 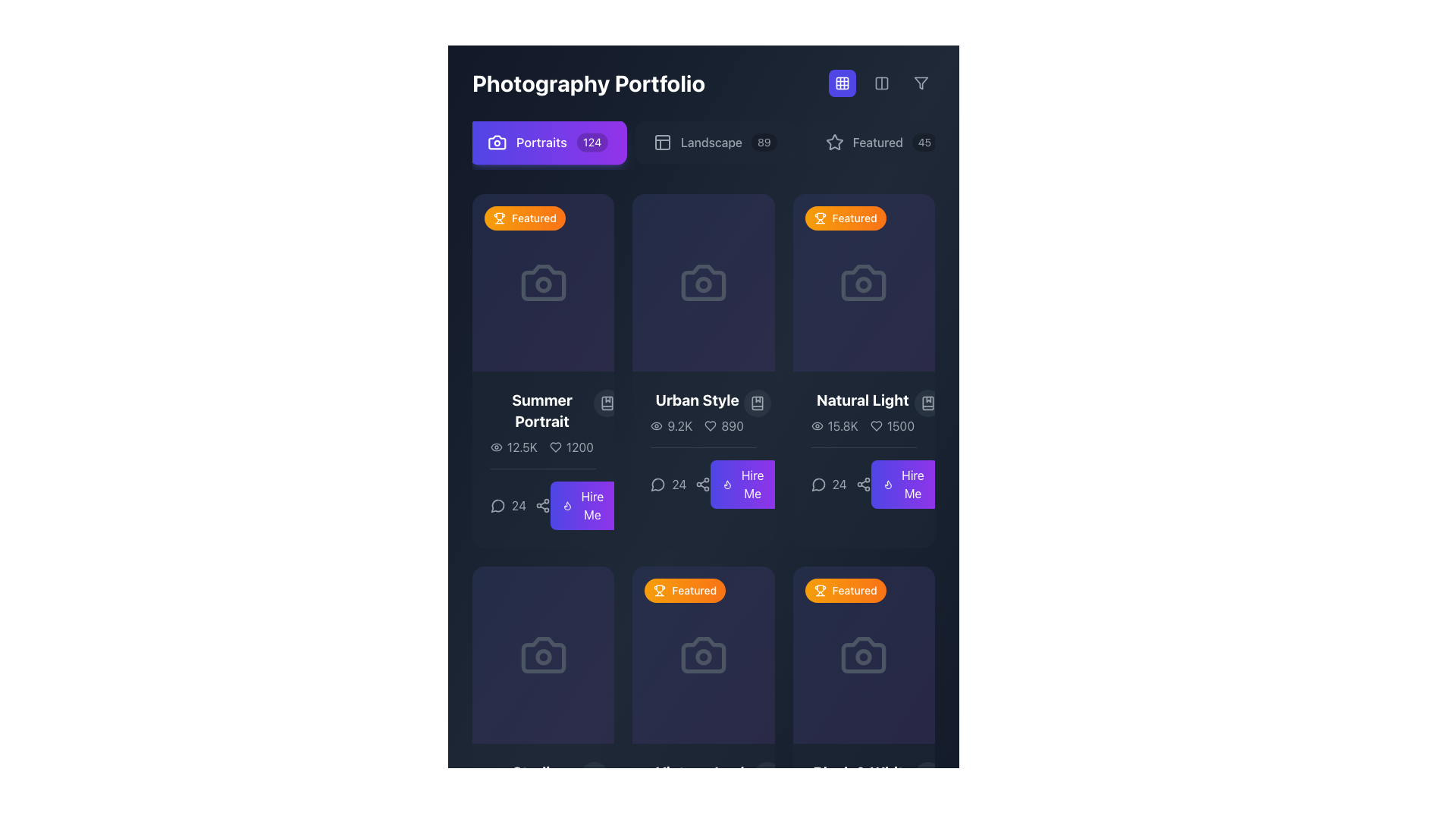 What do you see at coordinates (547, 143) in the screenshot?
I see `the 'Portraits' category filter button, which is the first button in a horizontal list at the top of the section, to filter the content` at bounding box center [547, 143].